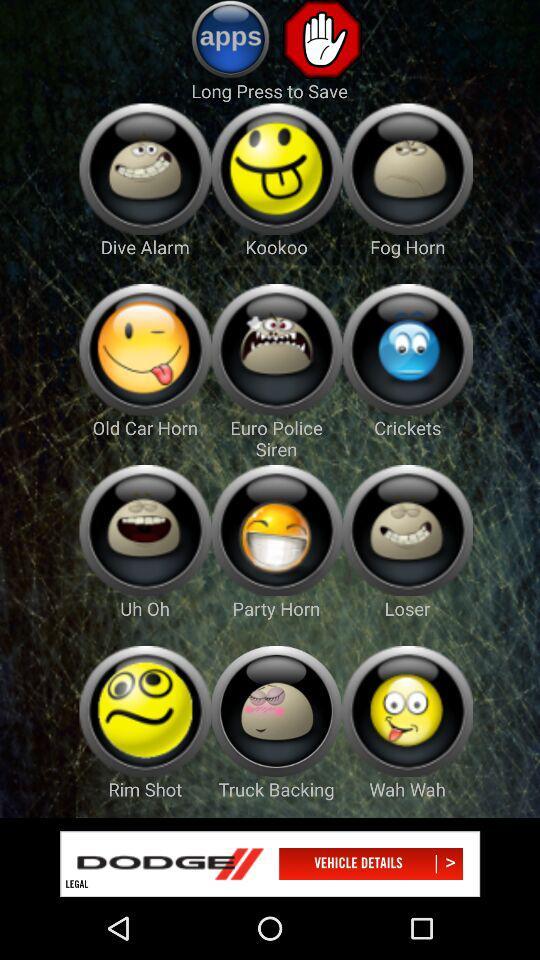 The width and height of the screenshot is (540, 960). I want to click on sound, so click(144, 168).